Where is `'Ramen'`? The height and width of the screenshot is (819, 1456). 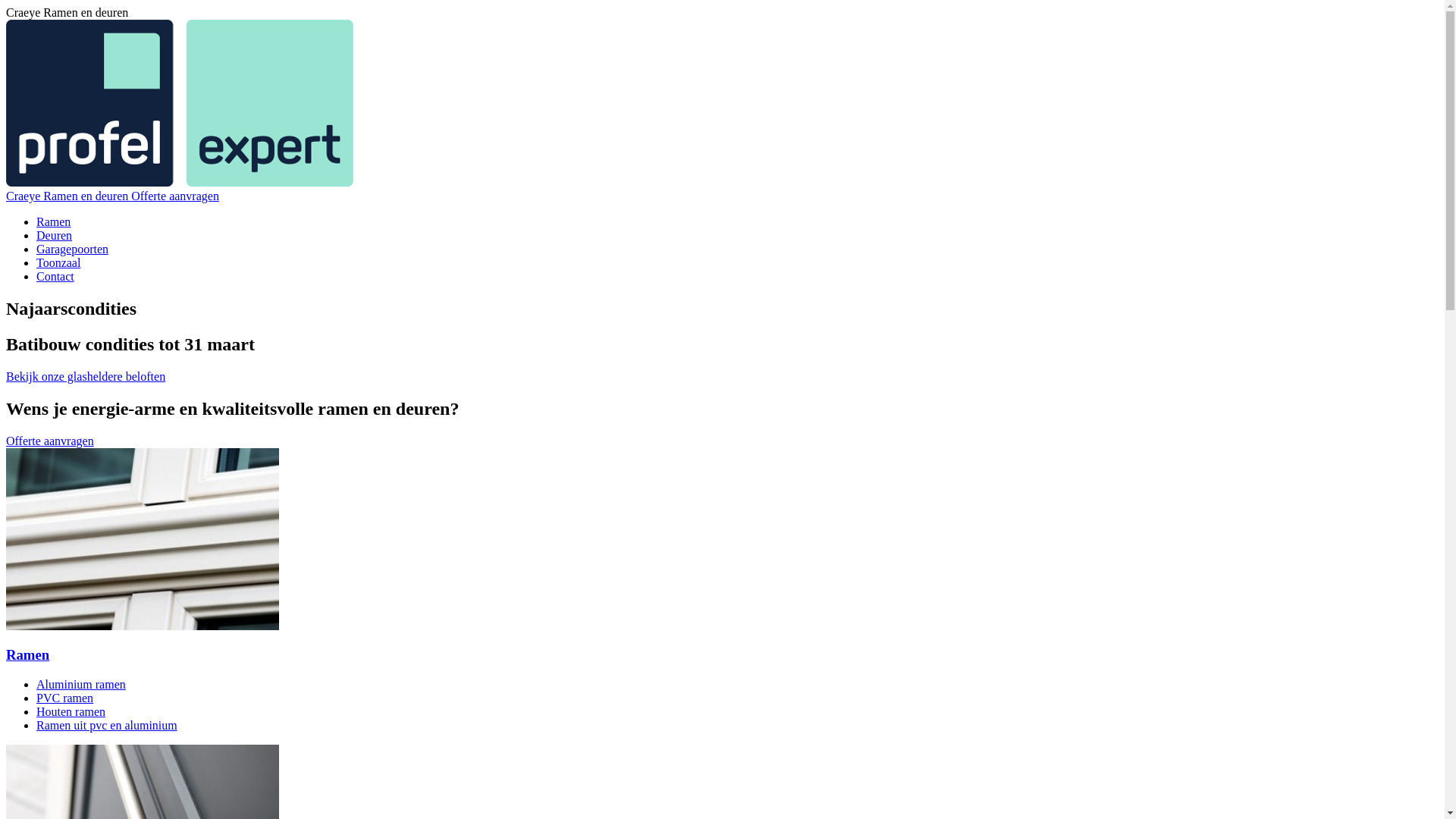 'Ramen' is located at coordinates (53, 221).